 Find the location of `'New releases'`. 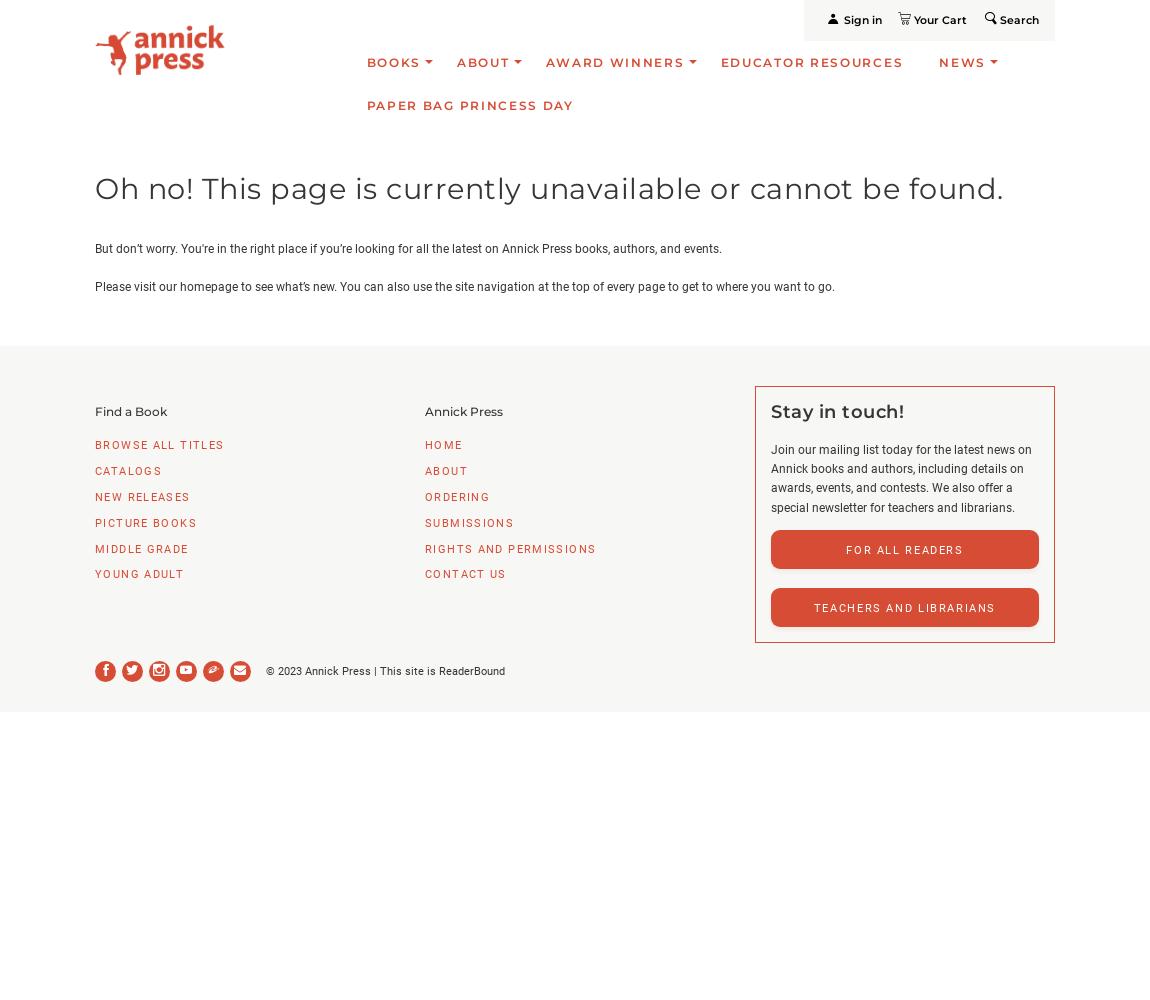

'New releases' is located at coordinates (141, 495).